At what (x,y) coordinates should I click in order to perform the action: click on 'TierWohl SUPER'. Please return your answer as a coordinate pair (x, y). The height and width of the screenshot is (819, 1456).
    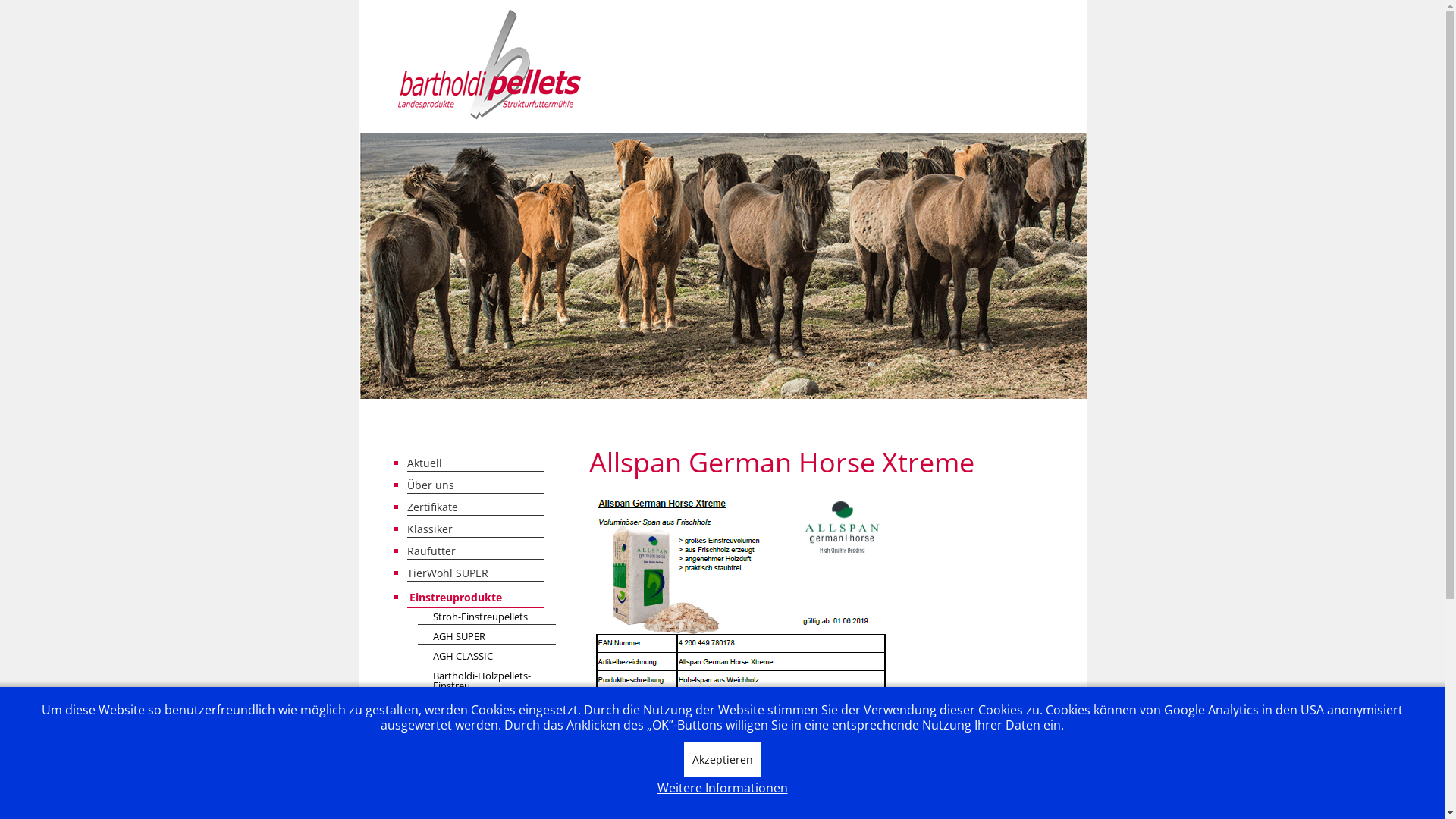
    Looking at the image, I should click on (473, 573).